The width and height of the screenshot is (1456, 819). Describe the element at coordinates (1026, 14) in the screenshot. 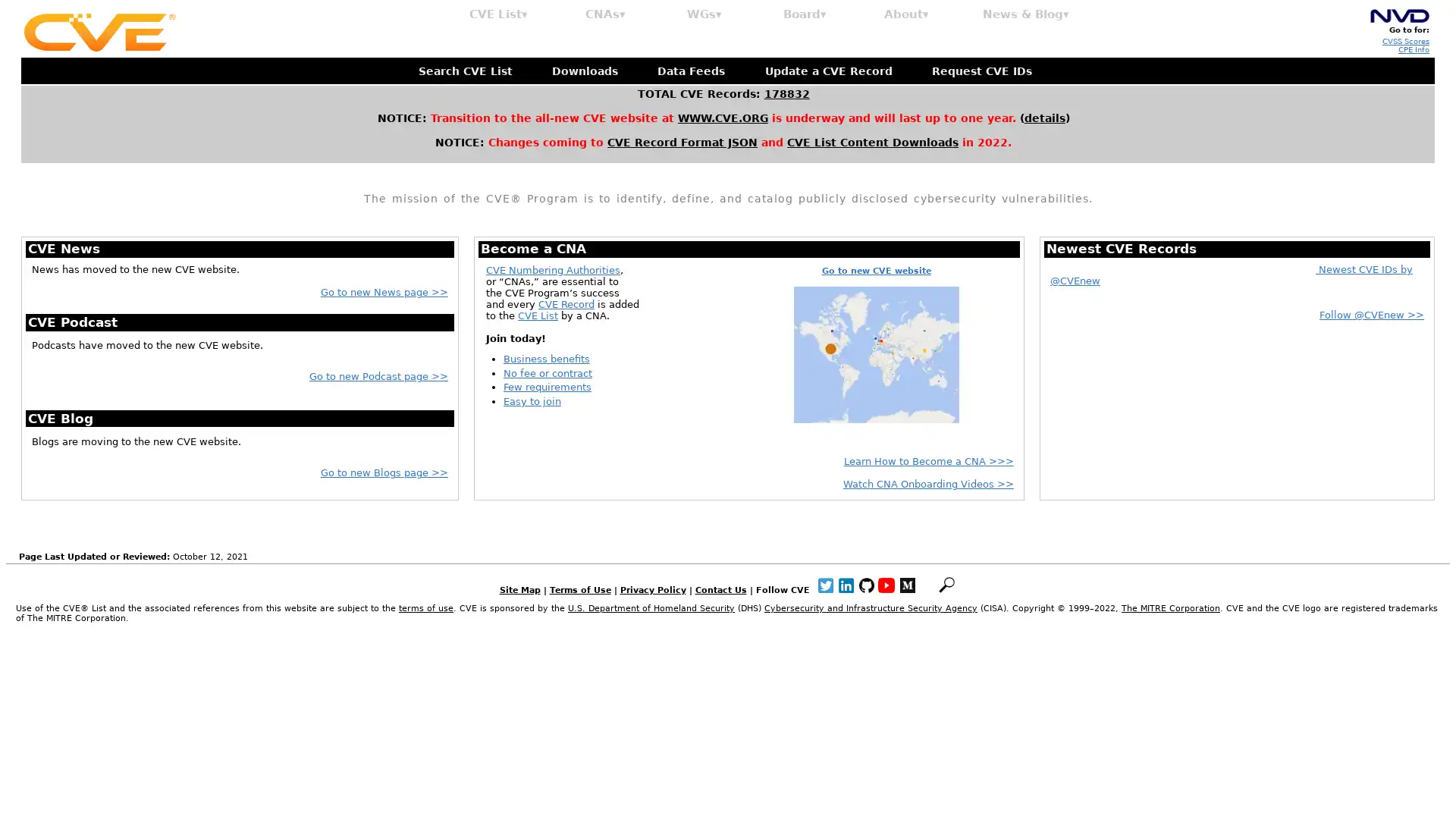

I see `News & Blog` at that location.